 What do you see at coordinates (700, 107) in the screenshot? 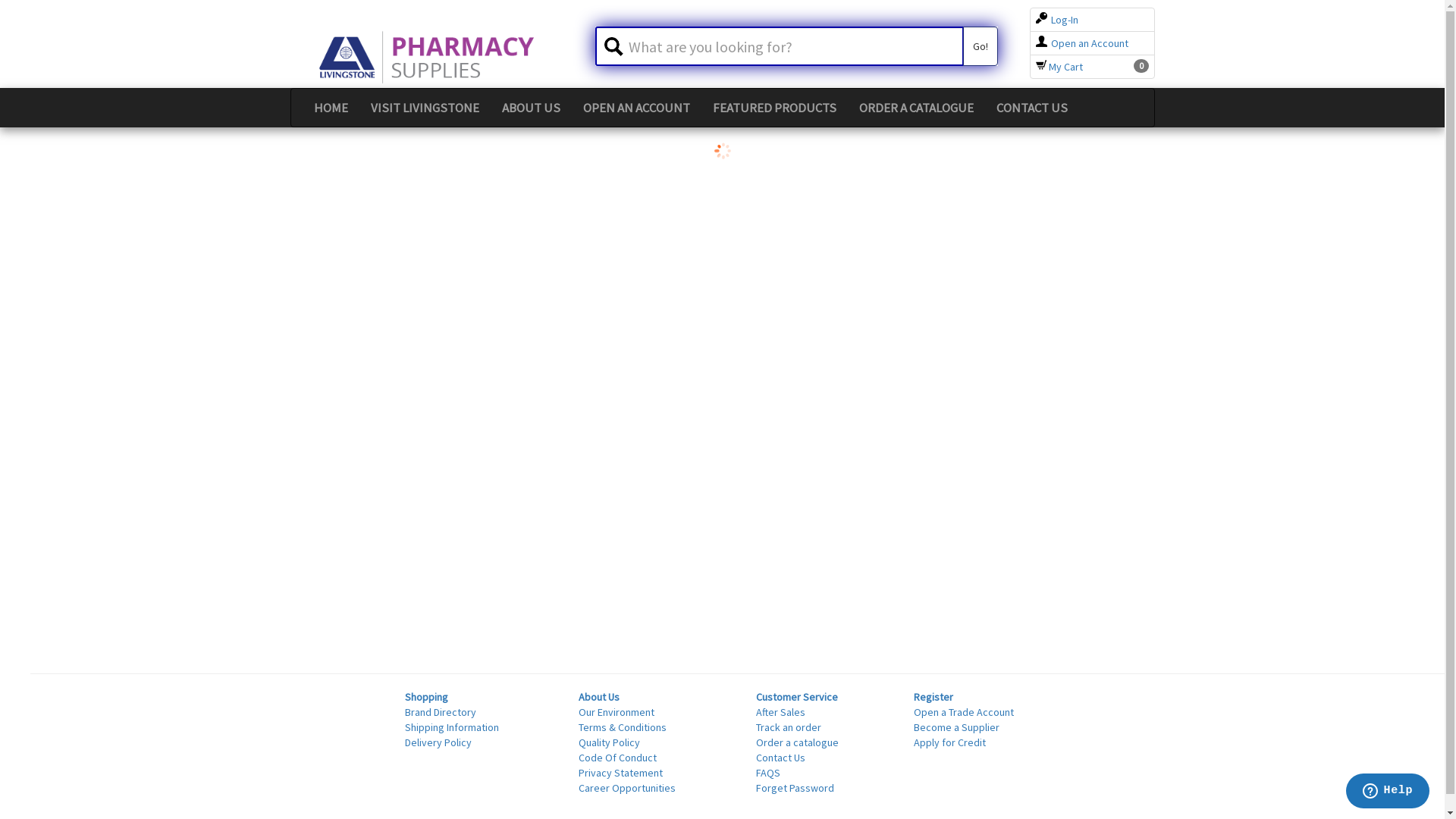
I see `'FEATURED PRODUCTS'` at bounding box center [700, 107].